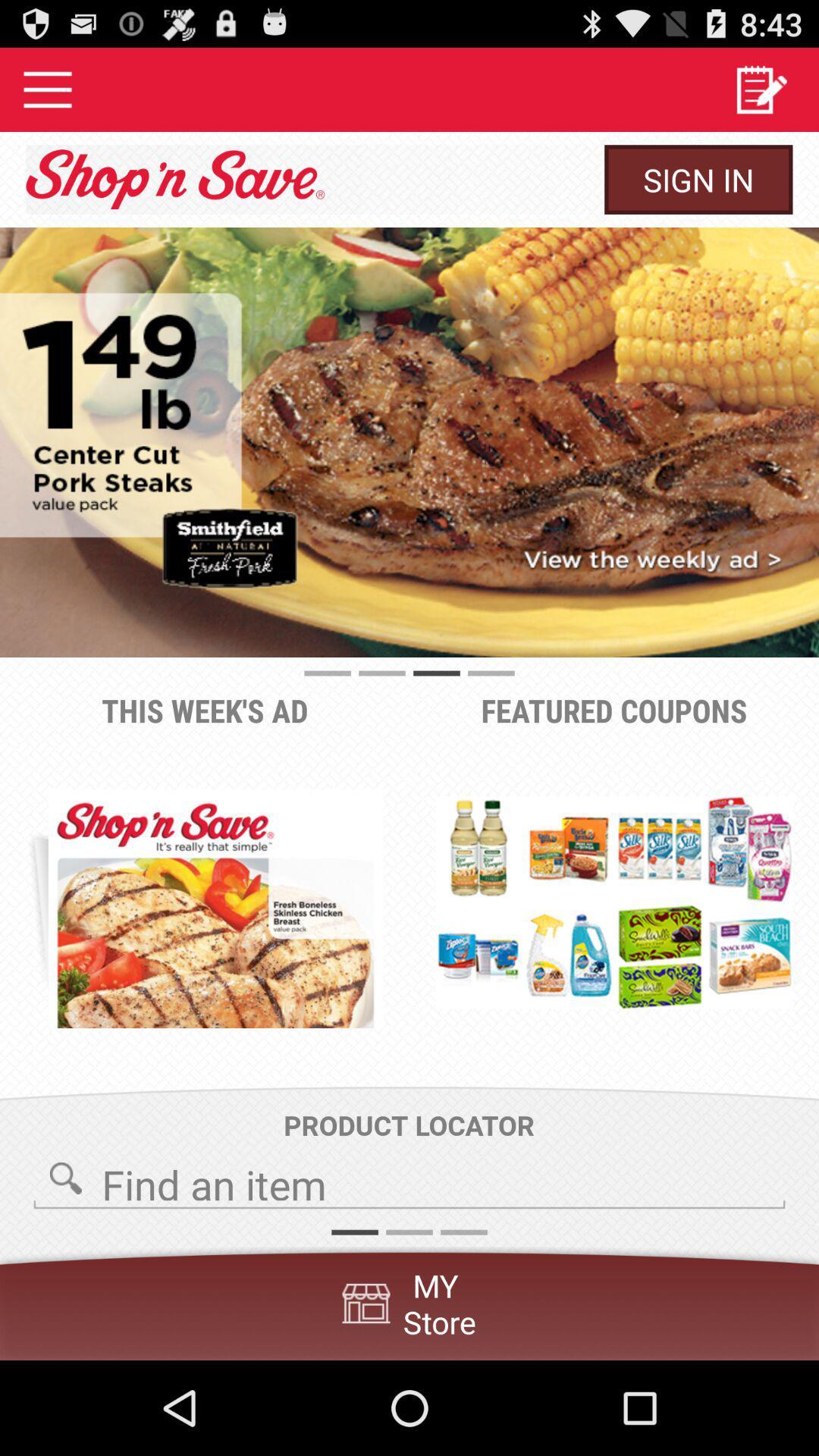 This screenshot has width=819, height=1456. I want to click on the item below the this week s, so click(215, 908).